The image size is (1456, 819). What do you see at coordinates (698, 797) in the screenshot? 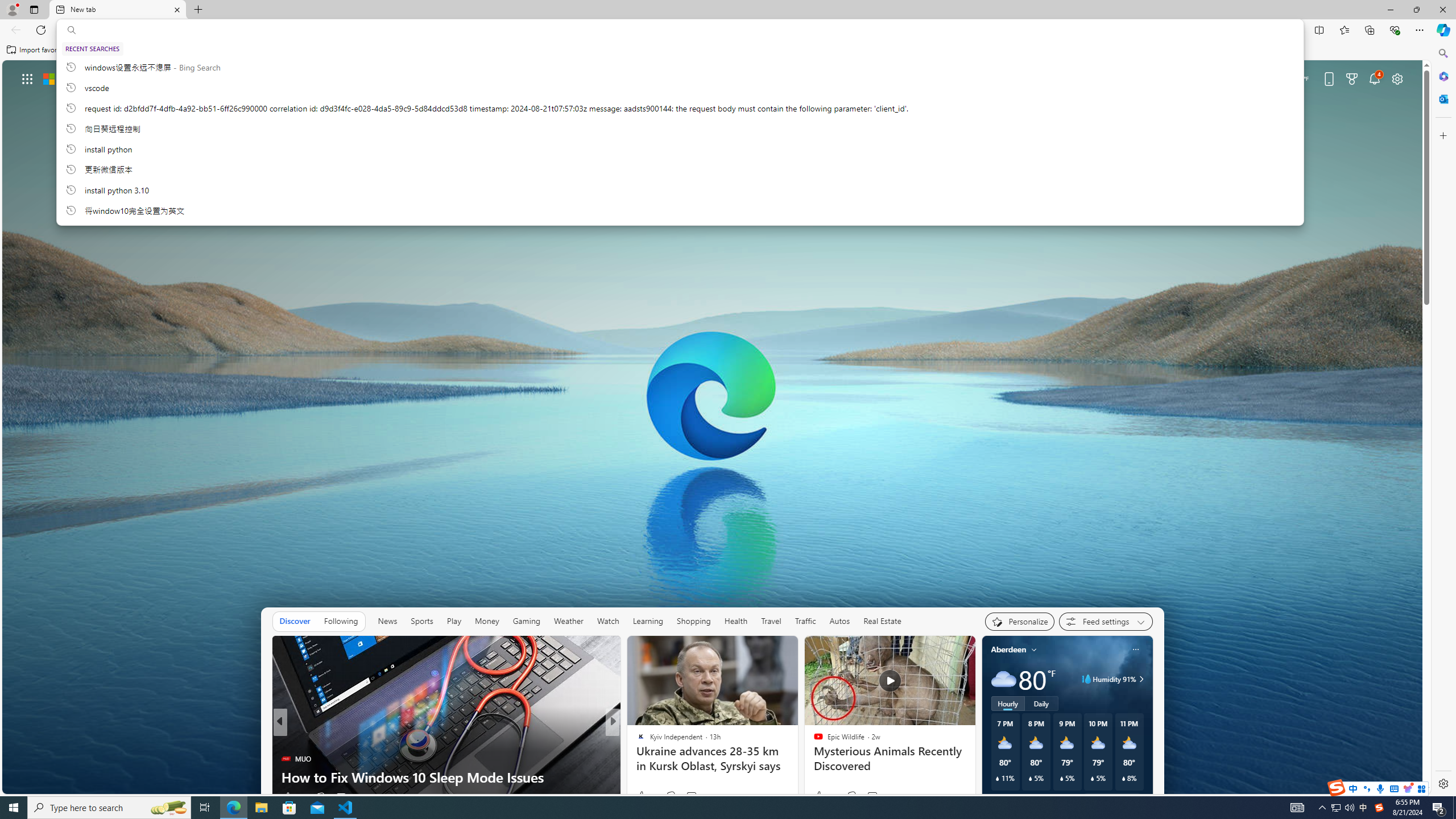
I see `'View comments 141 Comment'` at bounding box center [698, 797].